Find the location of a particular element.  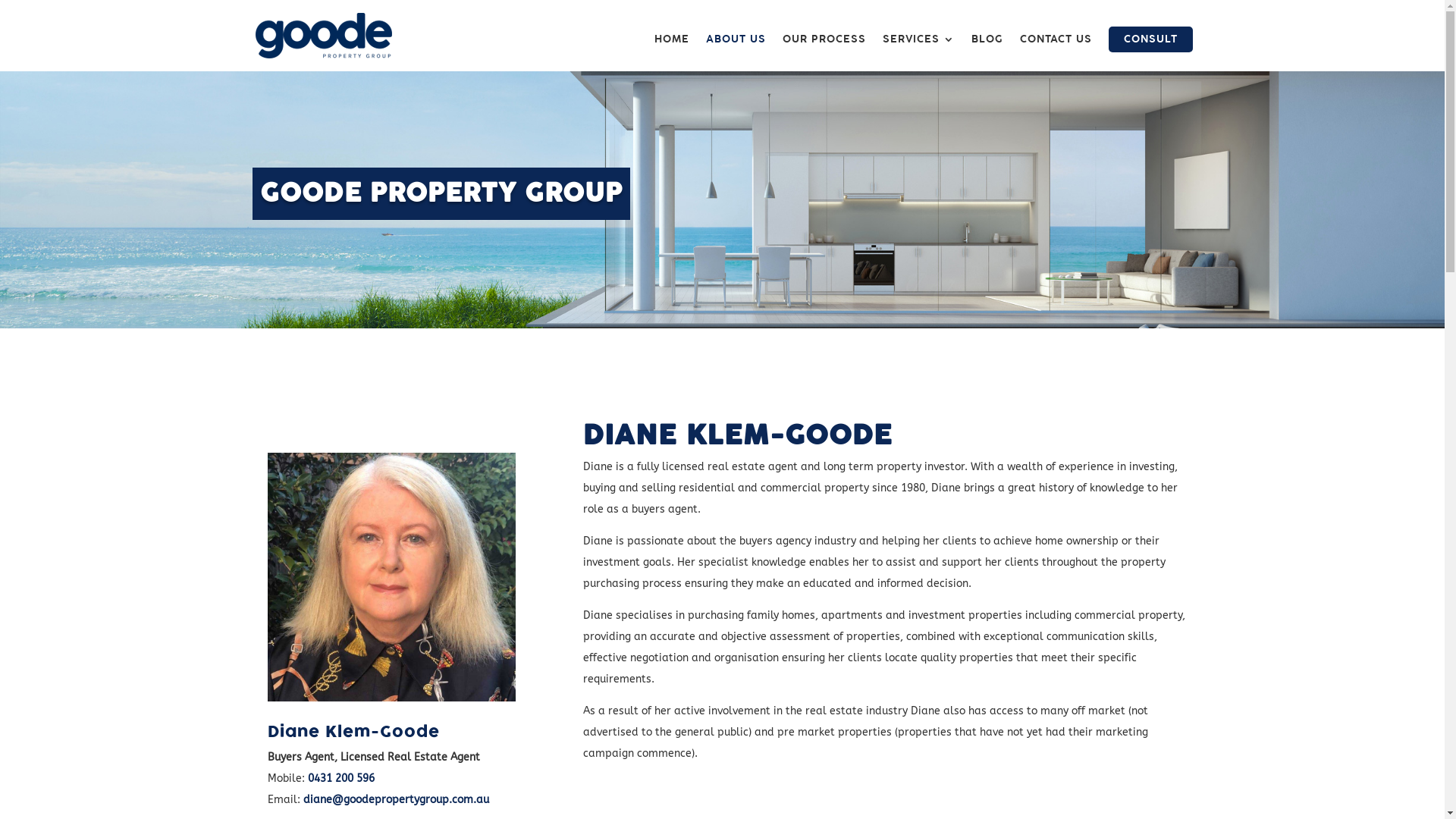

'0431 200 596' is located at coordinates (340, 778).